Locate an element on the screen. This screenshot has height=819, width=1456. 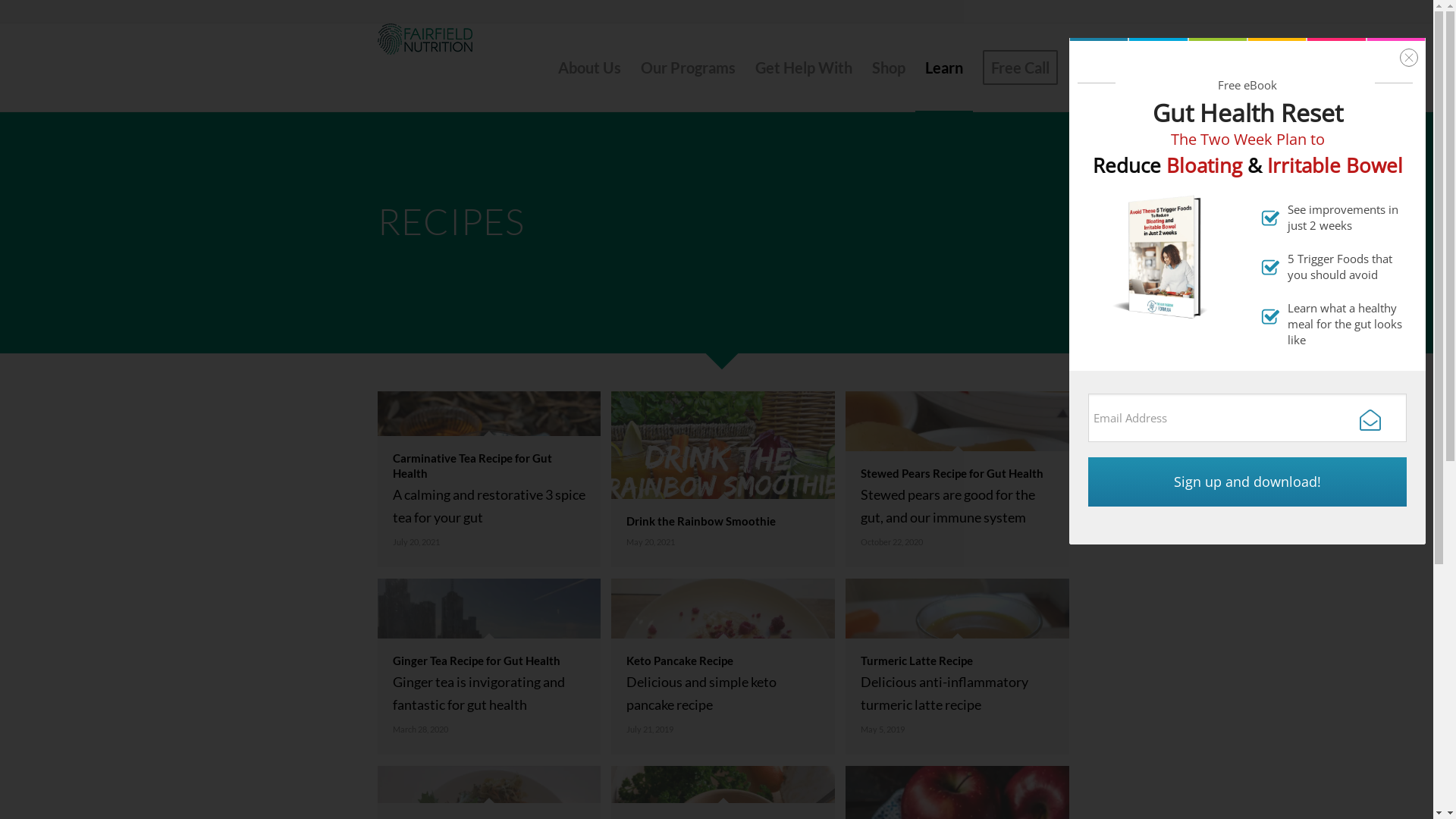
'Shop' is located at coordinates (861, 66).